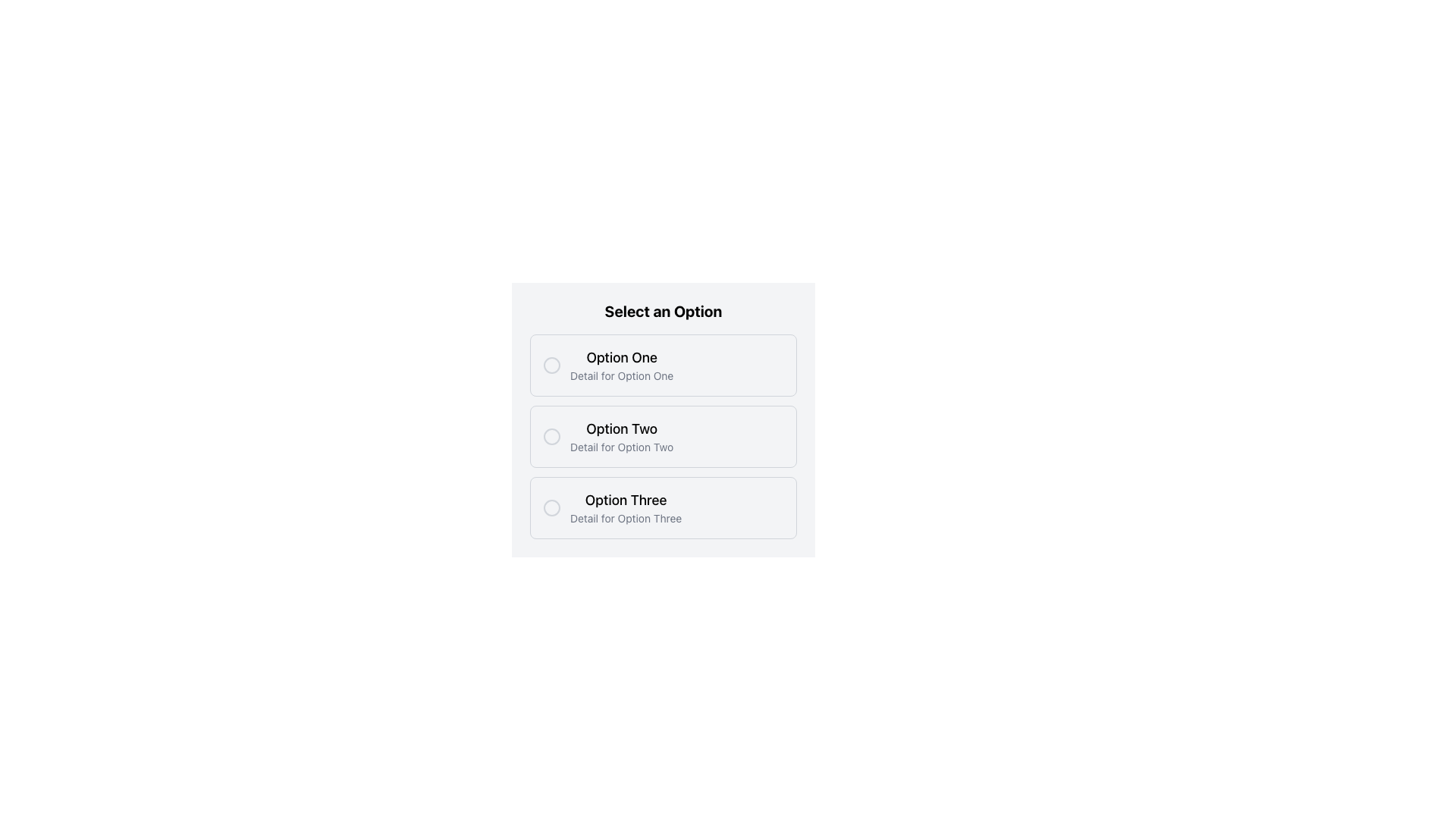 The width and height of the screenshot is (1456, 819). What do you see at coordinates (551, 508) in the screenshot?
I see `the center of the circular indicator for the third selection option of the Radio button` at bounding box center [551, 508].